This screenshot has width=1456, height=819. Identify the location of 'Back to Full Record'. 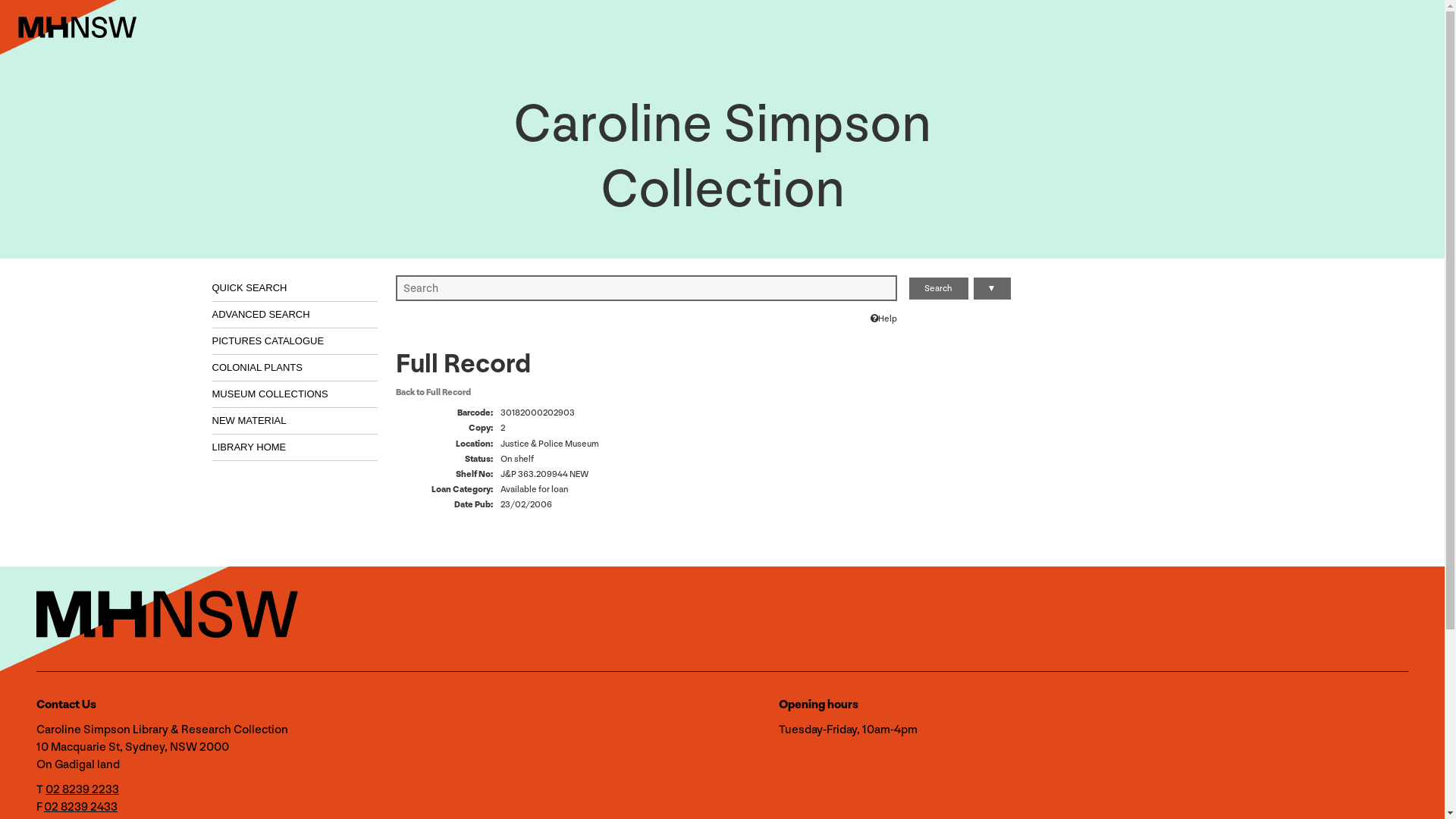
(432, 391).